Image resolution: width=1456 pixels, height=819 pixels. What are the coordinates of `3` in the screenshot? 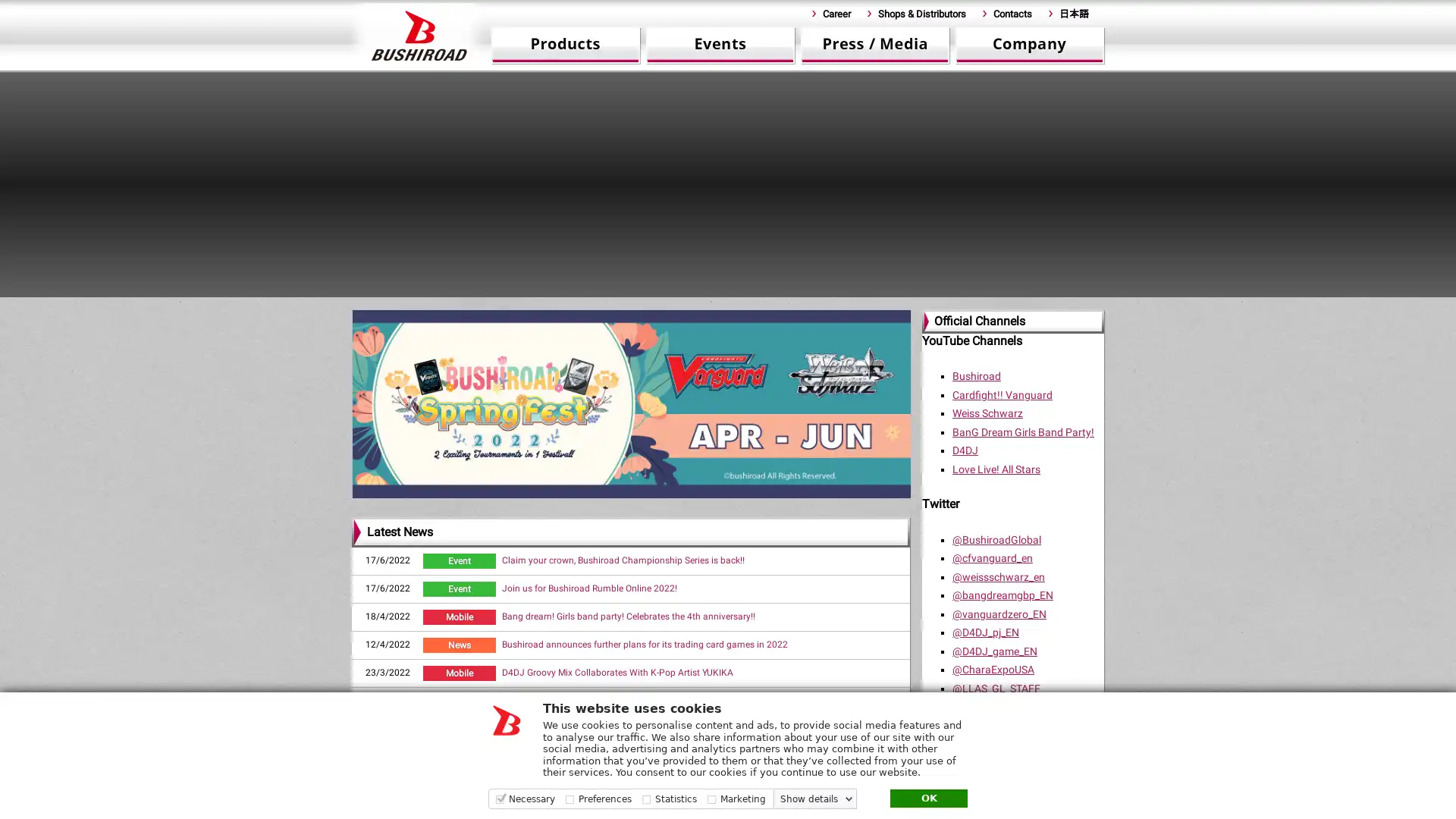 It's located at (602, 291).